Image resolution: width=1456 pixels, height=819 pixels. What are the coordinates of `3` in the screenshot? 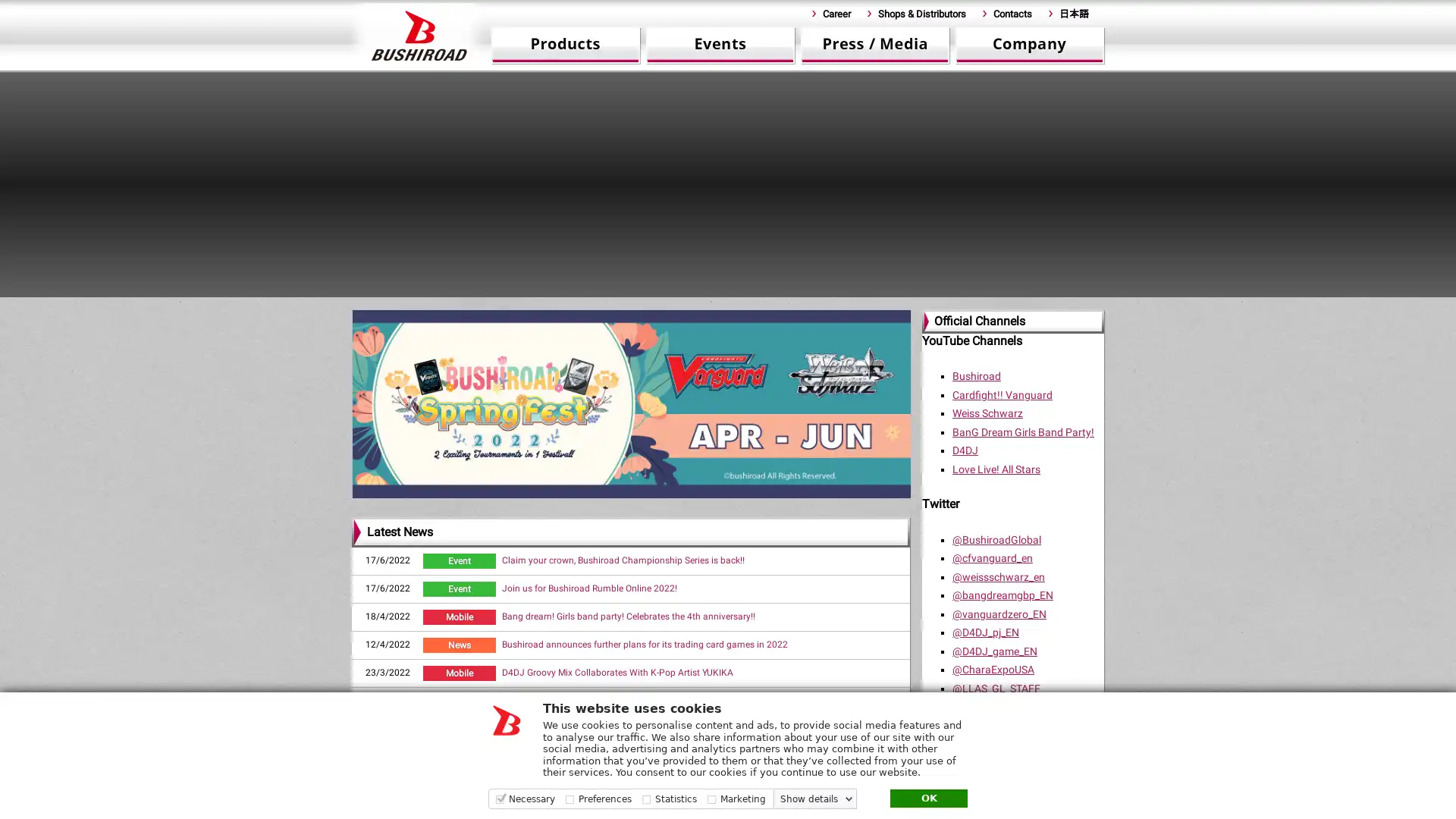 It's located at (602, 291).